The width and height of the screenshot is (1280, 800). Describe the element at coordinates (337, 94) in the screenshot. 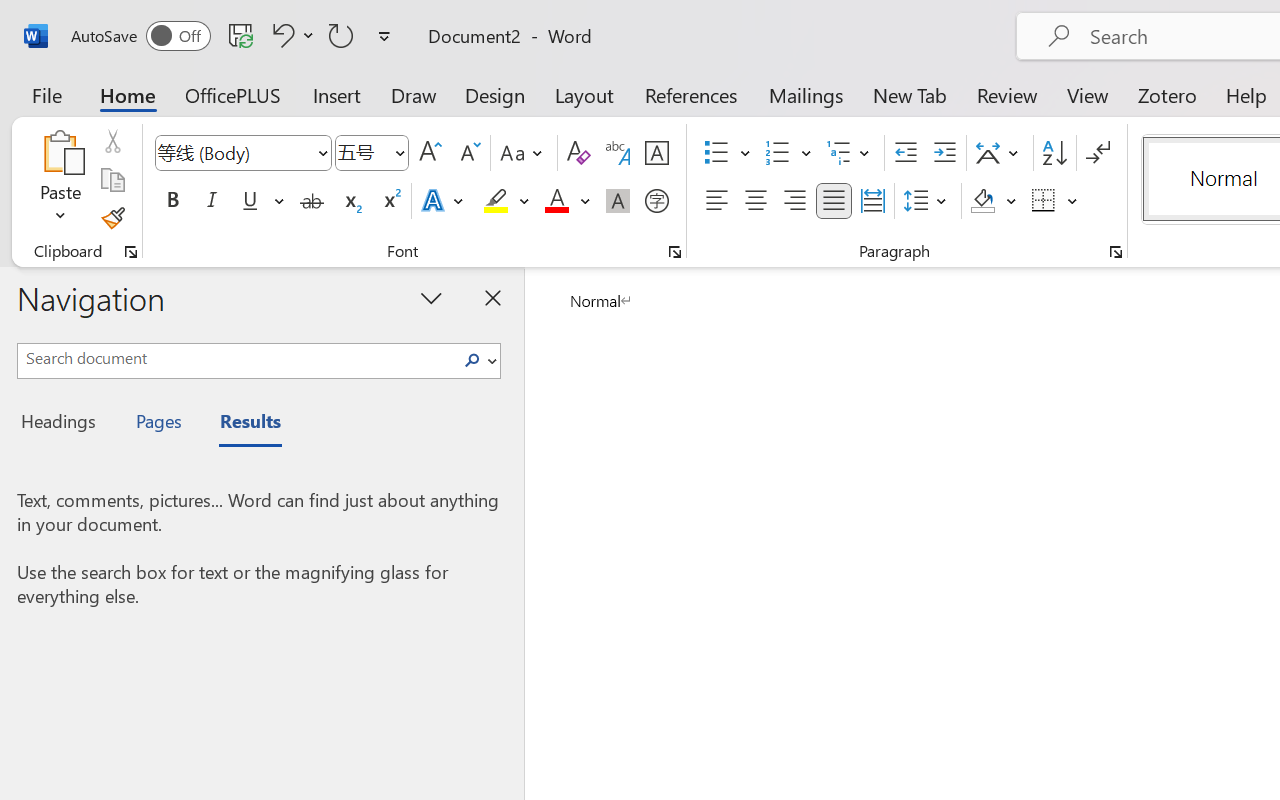

I see `'Insert'` at that location.